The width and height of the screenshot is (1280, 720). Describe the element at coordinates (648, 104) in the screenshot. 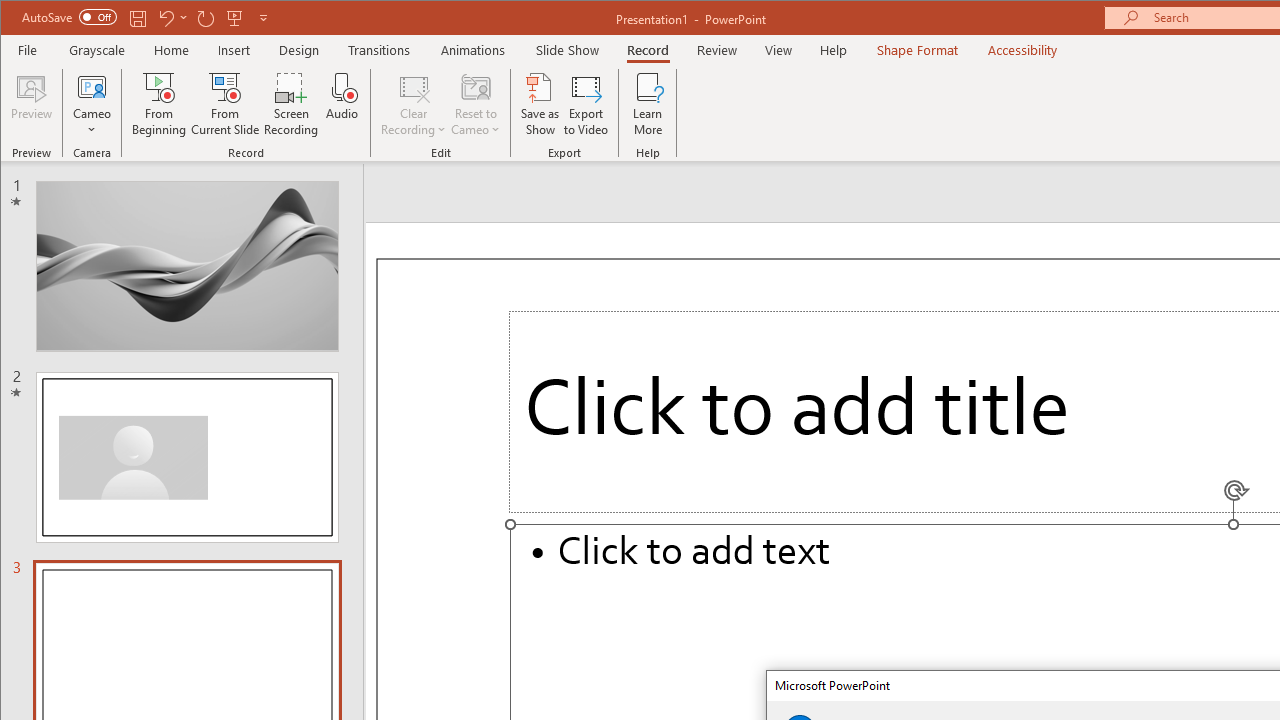

I see `'Learn More'` at that location.